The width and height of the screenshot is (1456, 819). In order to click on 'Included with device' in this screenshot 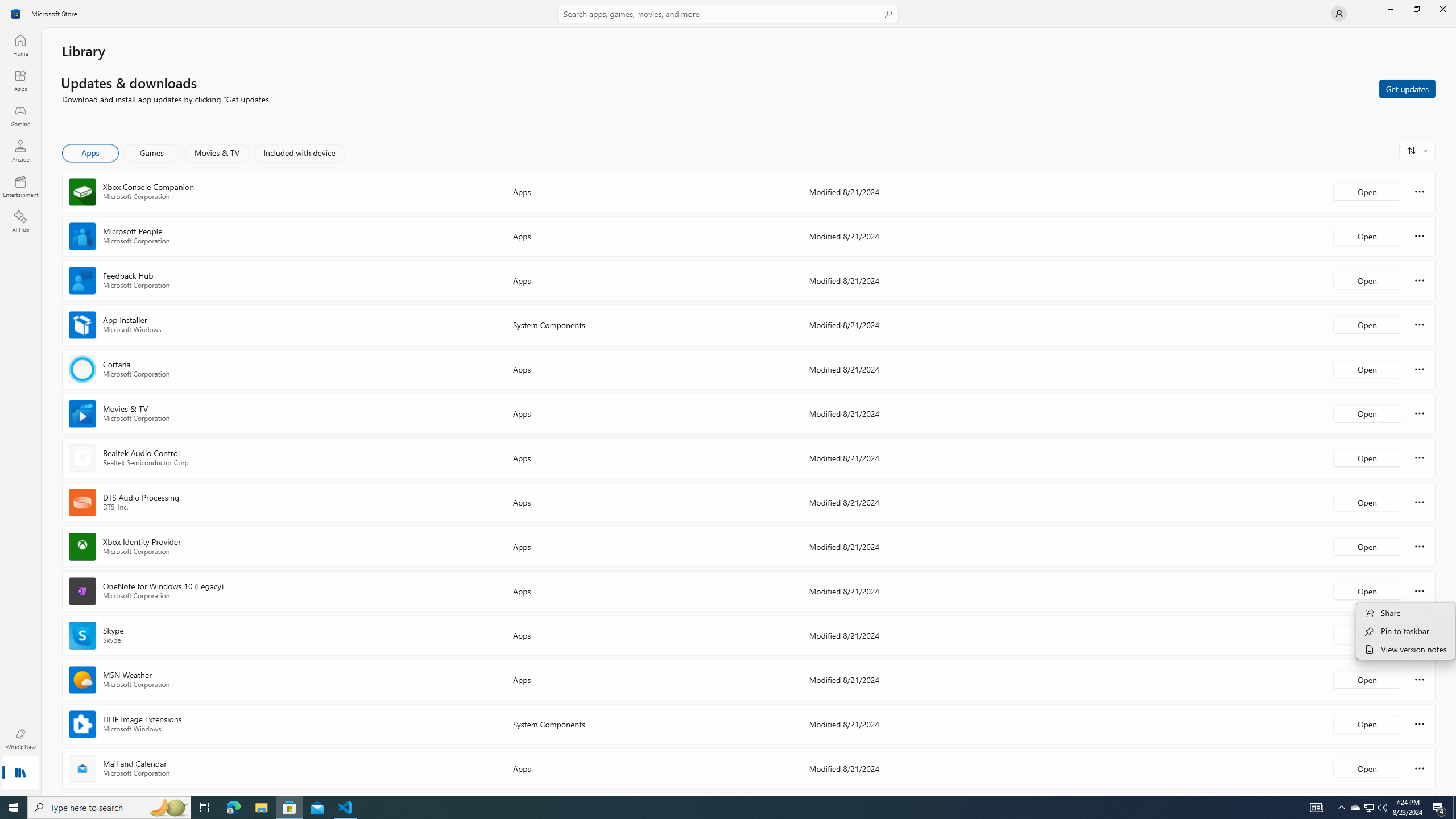, I will do `click(299, 152)`.